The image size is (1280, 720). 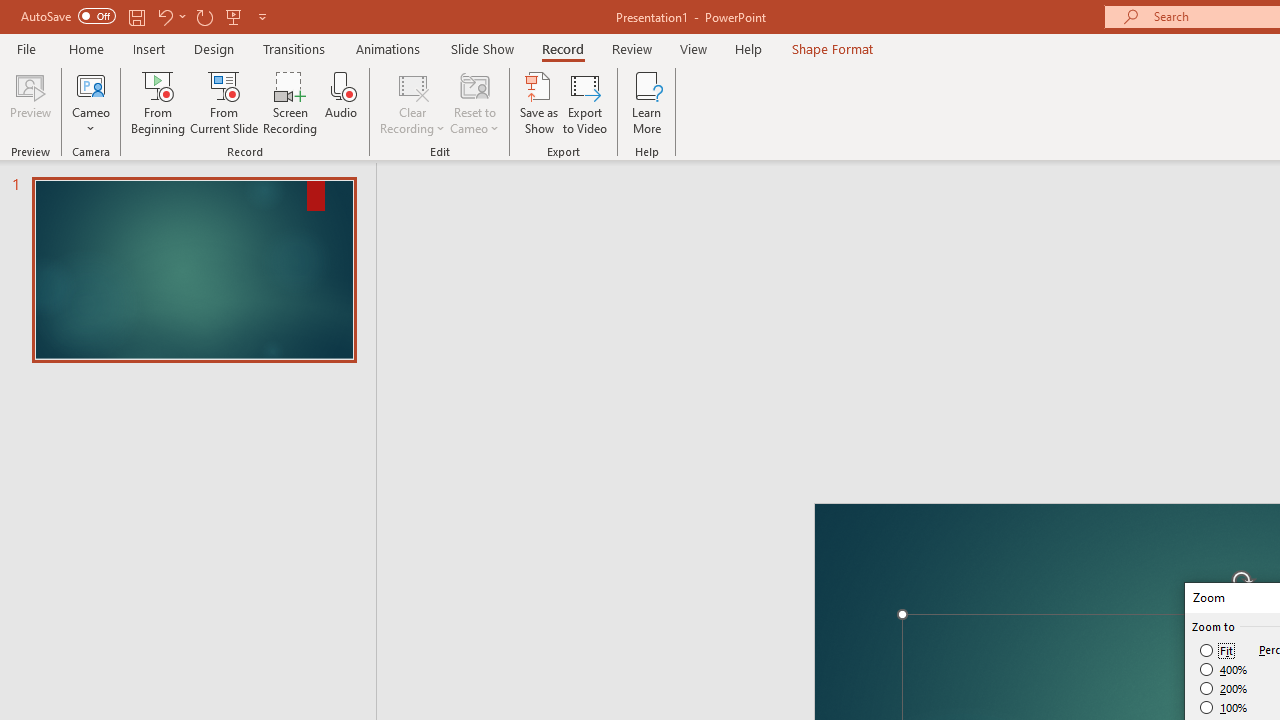 What do you see at coordinates (1216, 650) in the screenshot?
I see `'Fit'` at bounding box center [1216, 650].